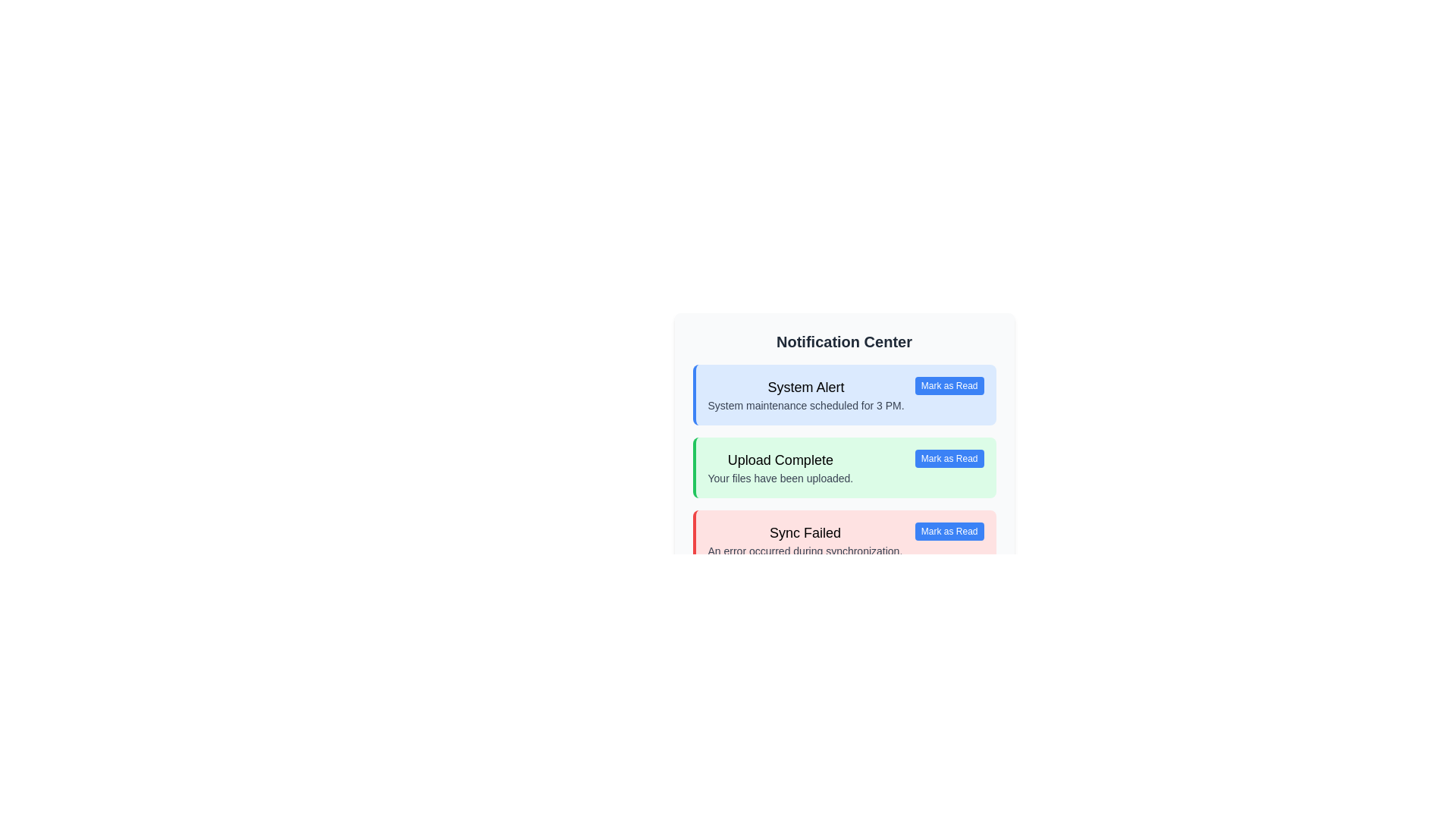 The image size is (1456, 819). Describe the element at coordinates (843, 467) in the screenshot. I see `notification content for the 'Upload Complete' notification that has a green background and a blue button labeled 'Mark as Read.'` at that location.